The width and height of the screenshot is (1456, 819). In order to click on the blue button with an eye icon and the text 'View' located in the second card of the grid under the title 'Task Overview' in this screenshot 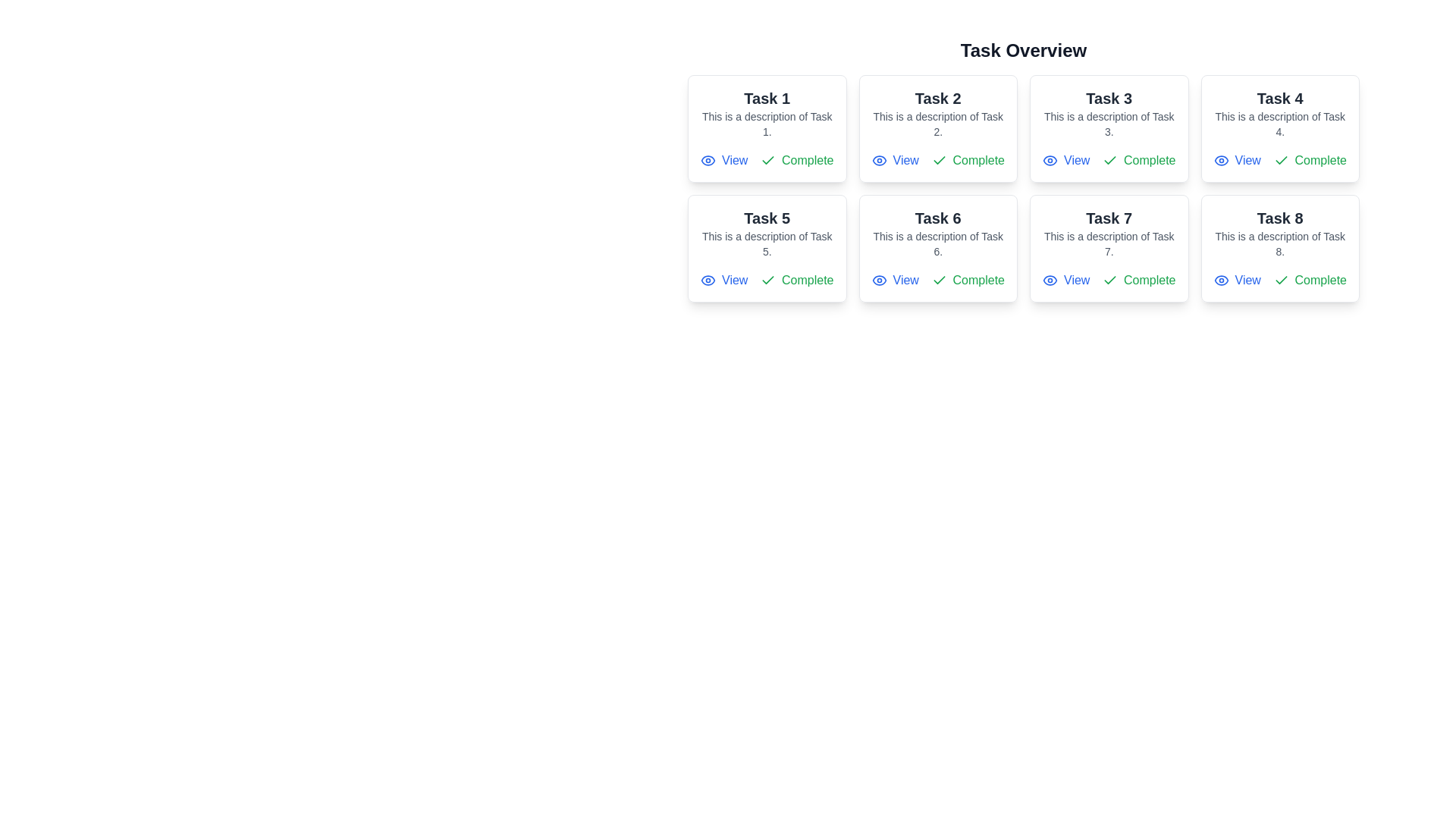, I will do `click(895, 161)`.